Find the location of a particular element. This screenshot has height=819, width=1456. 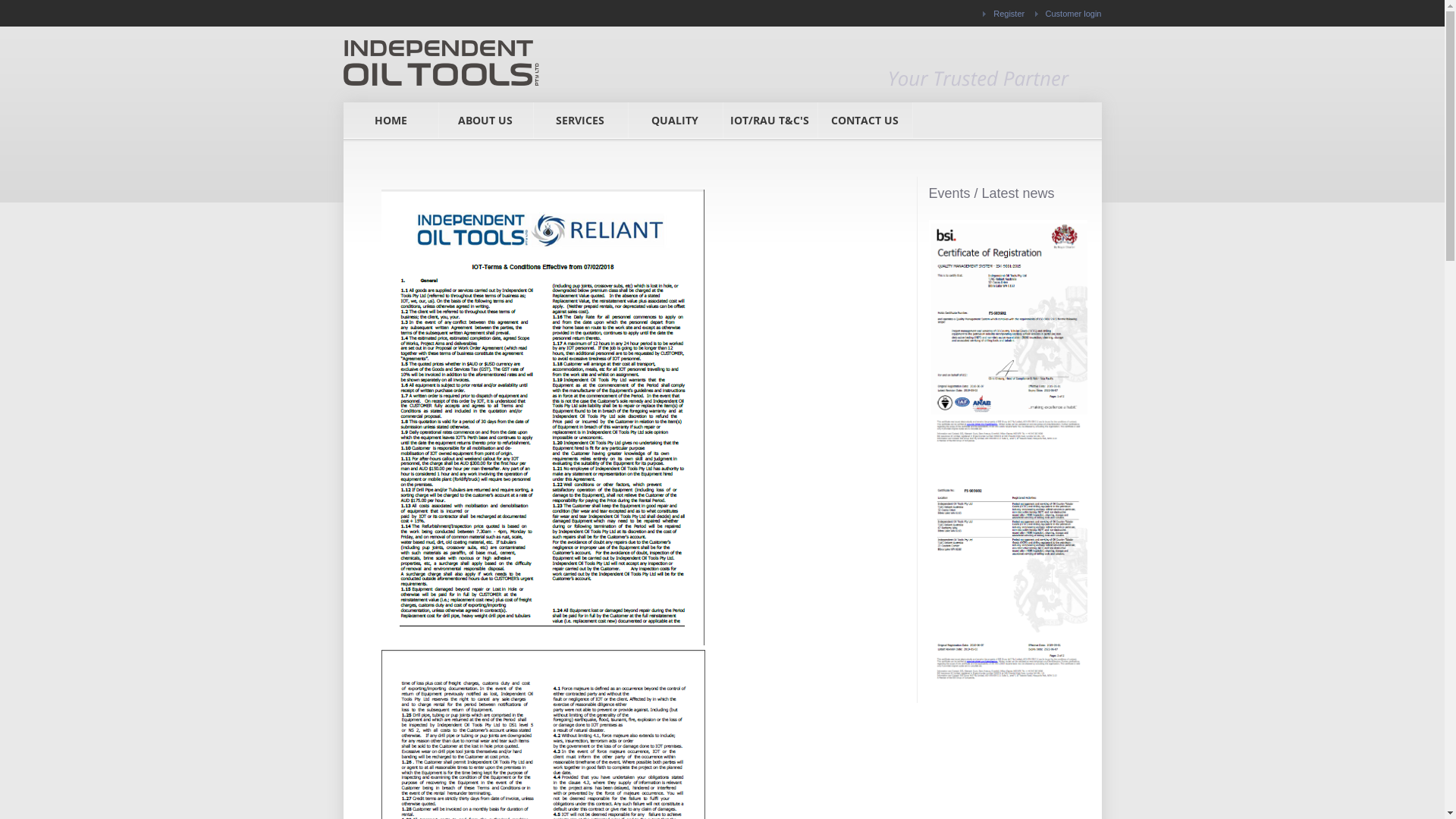

'SERVICES' is located at coordinates (579, 119).